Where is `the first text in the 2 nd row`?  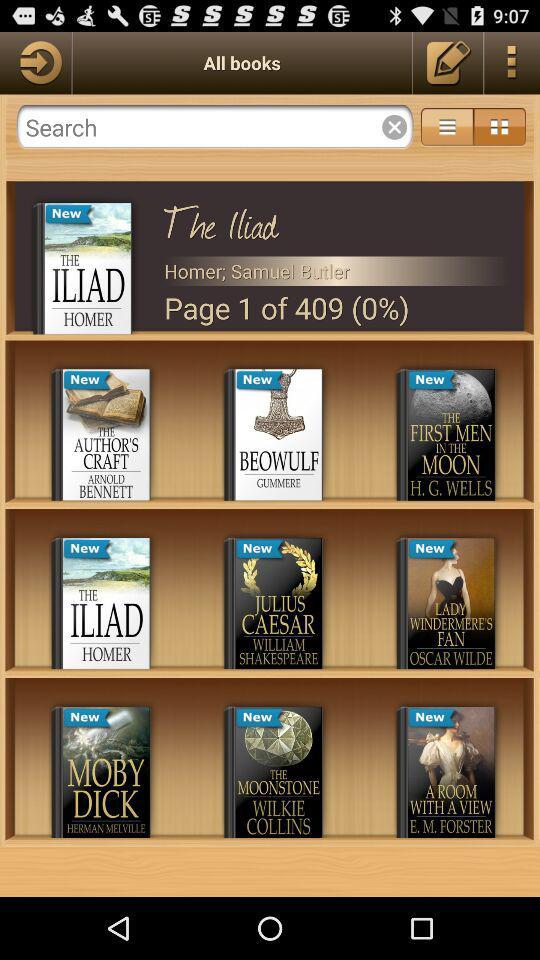
the first text in the 2 nd row is located at coordinates (87, 550).